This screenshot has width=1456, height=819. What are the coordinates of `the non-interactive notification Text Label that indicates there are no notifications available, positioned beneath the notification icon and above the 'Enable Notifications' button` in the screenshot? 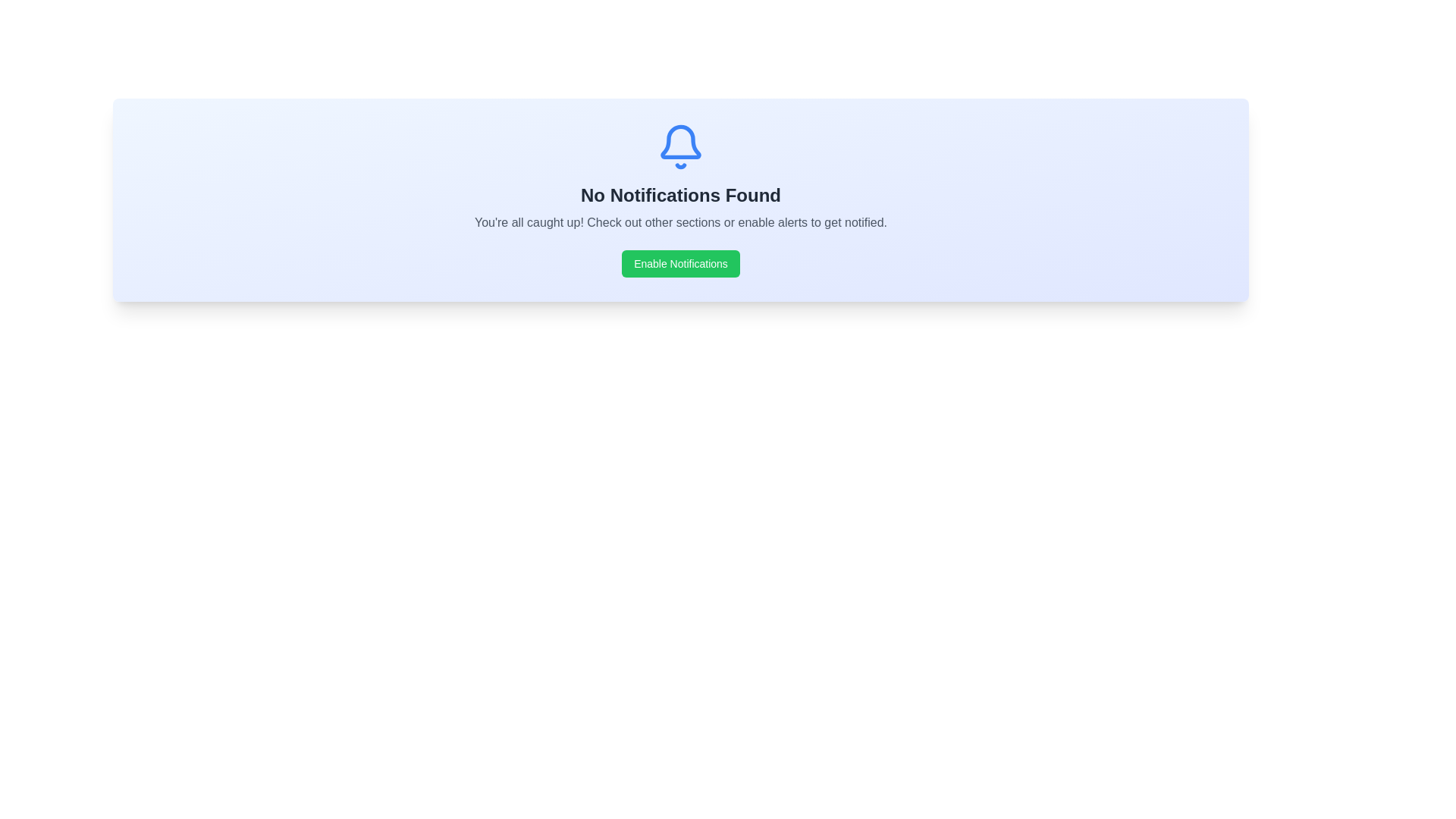 It's located at (679, 195).